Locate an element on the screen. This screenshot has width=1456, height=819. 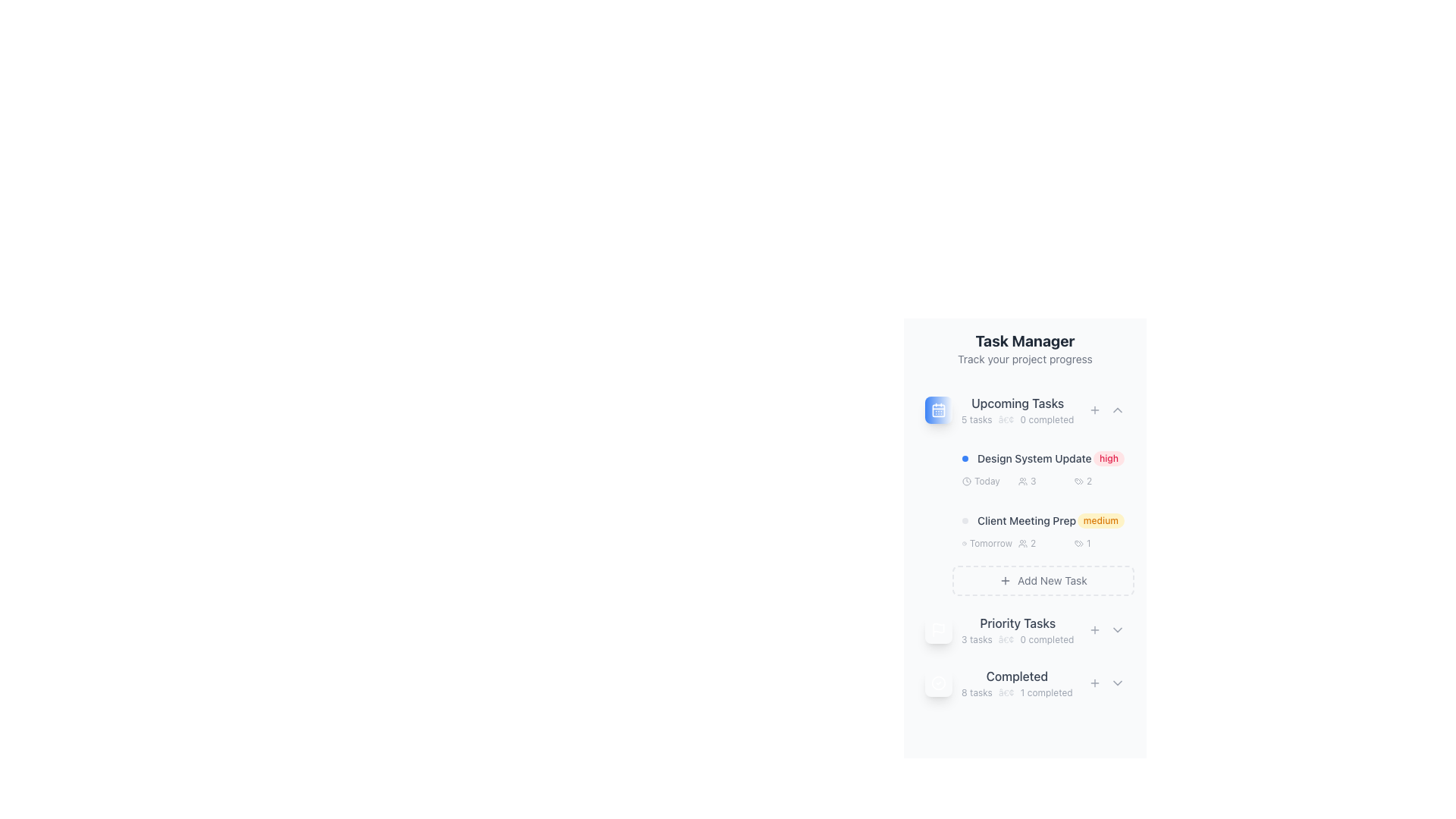
the Interactive List Header at the top of the task list group titled 'Task Manager' is located at coordinates (1025, 409).